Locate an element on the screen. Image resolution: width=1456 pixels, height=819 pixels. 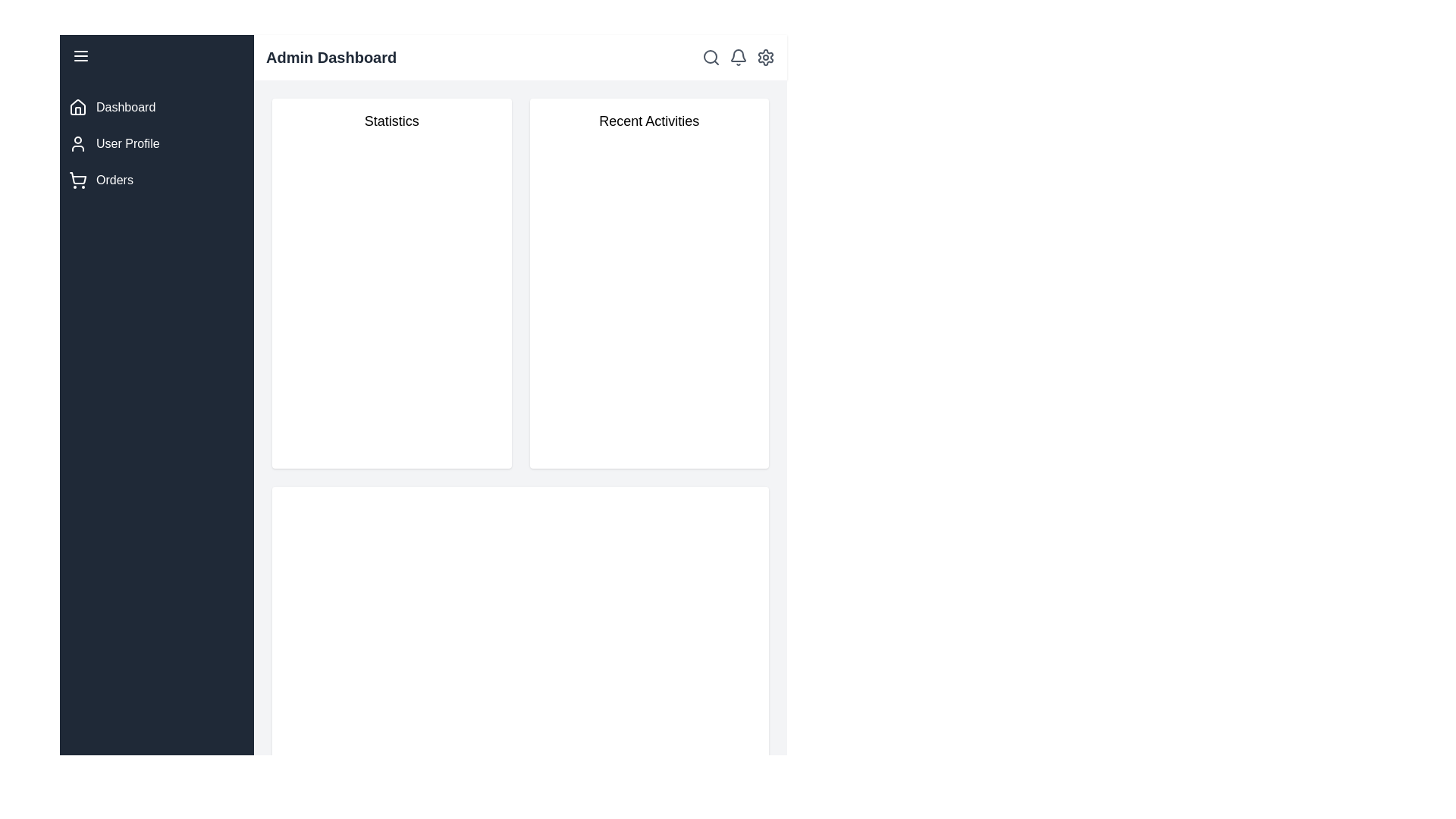
the 'Statistics' card, which is a white rectangular card with rounded corners located in the upper left corner of the grid layout is located at coordinates (391, 284).